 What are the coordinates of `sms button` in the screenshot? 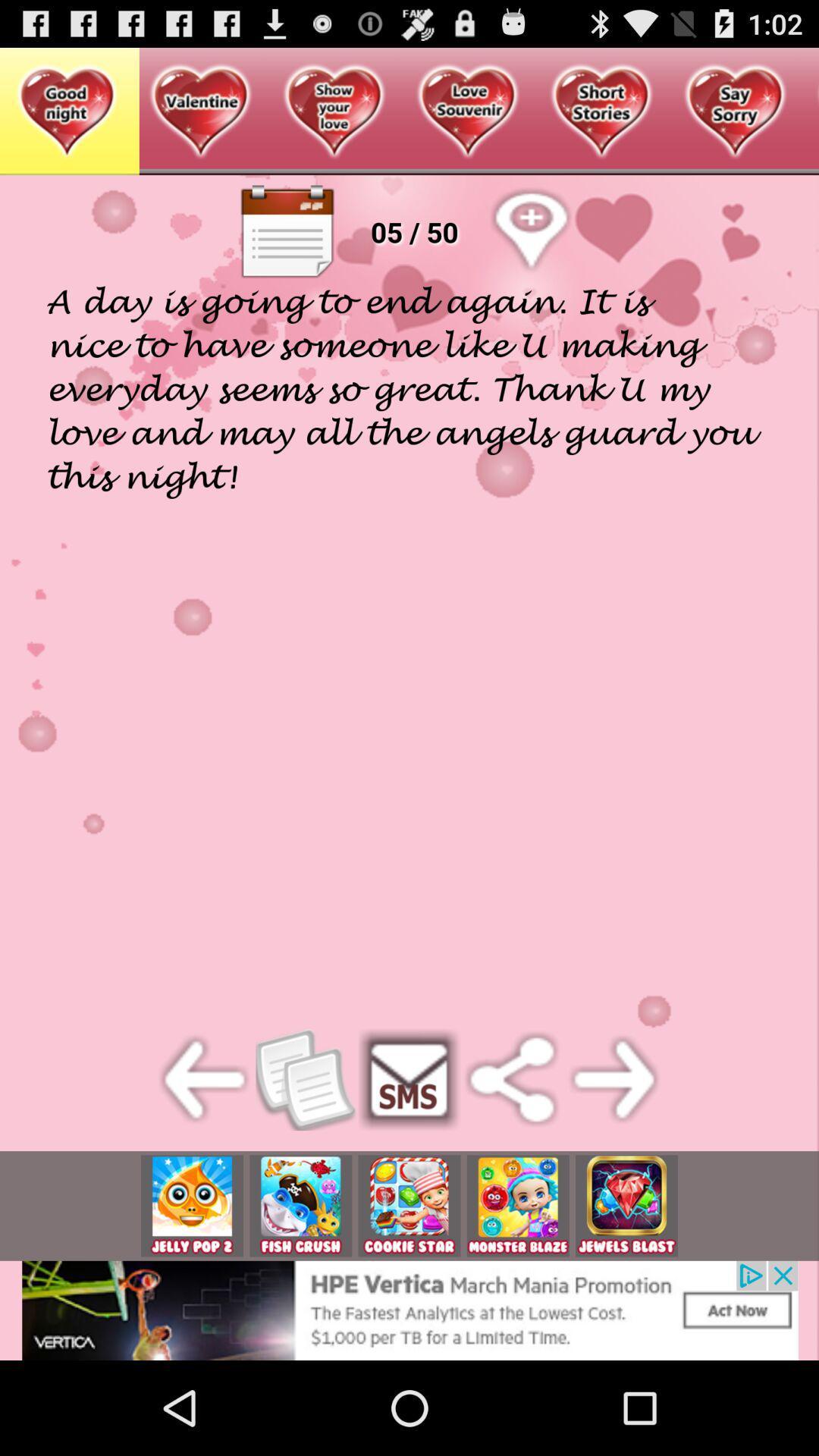 It's located at (409, 1078).